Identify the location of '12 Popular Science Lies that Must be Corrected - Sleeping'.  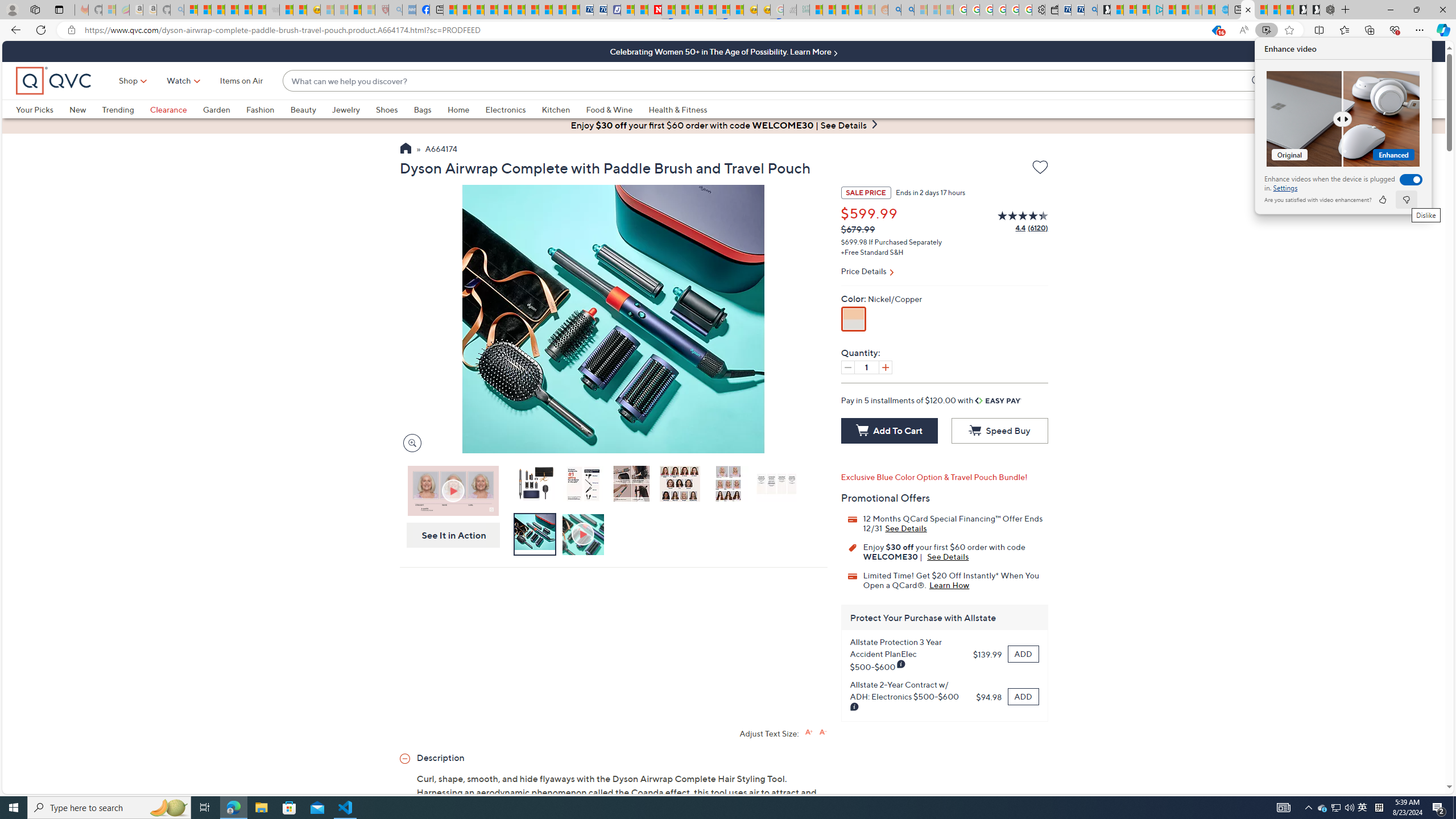
(368, 9).